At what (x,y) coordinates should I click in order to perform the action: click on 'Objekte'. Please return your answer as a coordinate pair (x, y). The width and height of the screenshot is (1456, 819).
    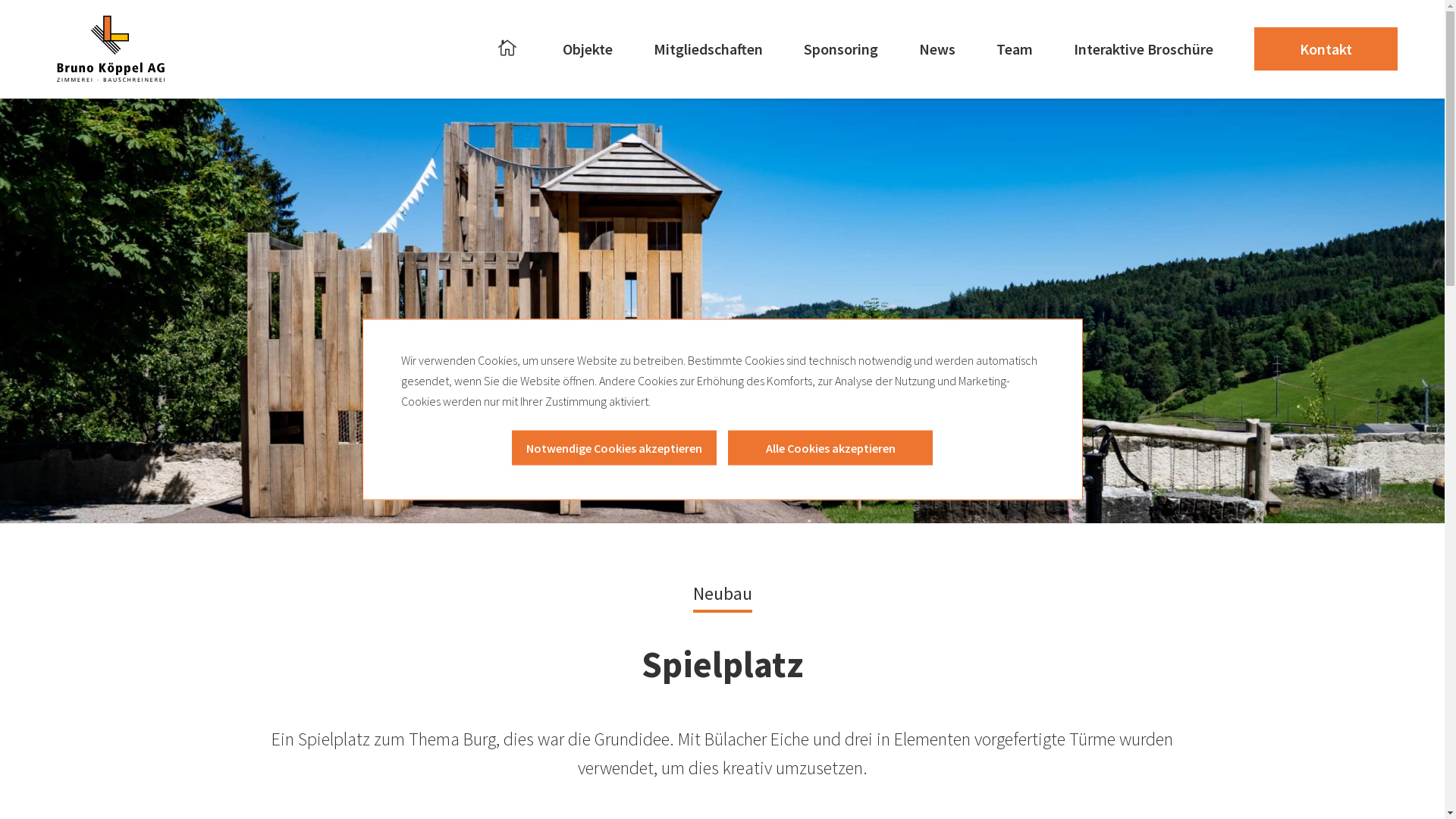
    Looking at the image, I should click on (586, 49).